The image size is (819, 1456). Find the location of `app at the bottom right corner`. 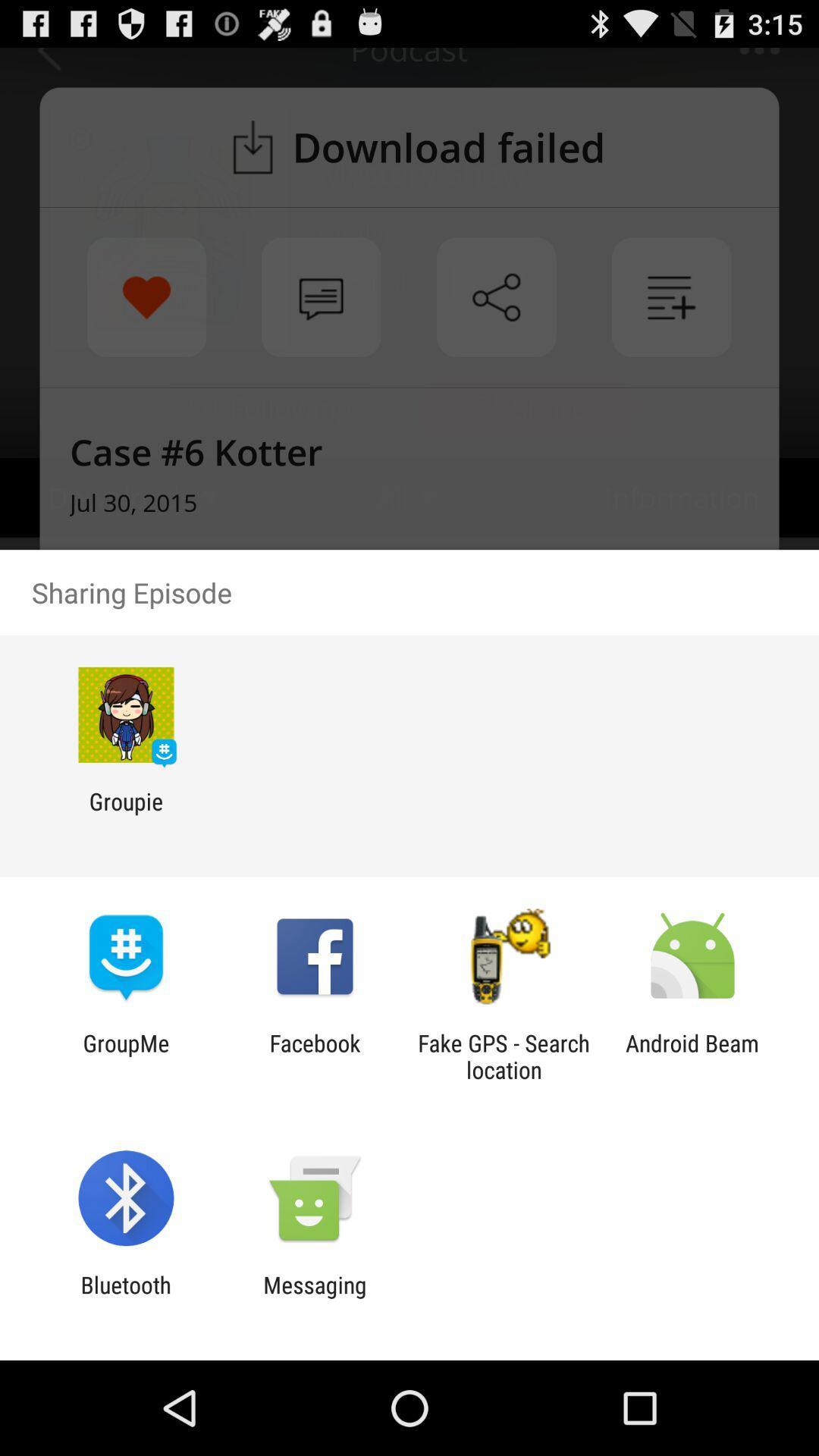

app at the bottom right corner is located at coordinates (692, 1056).